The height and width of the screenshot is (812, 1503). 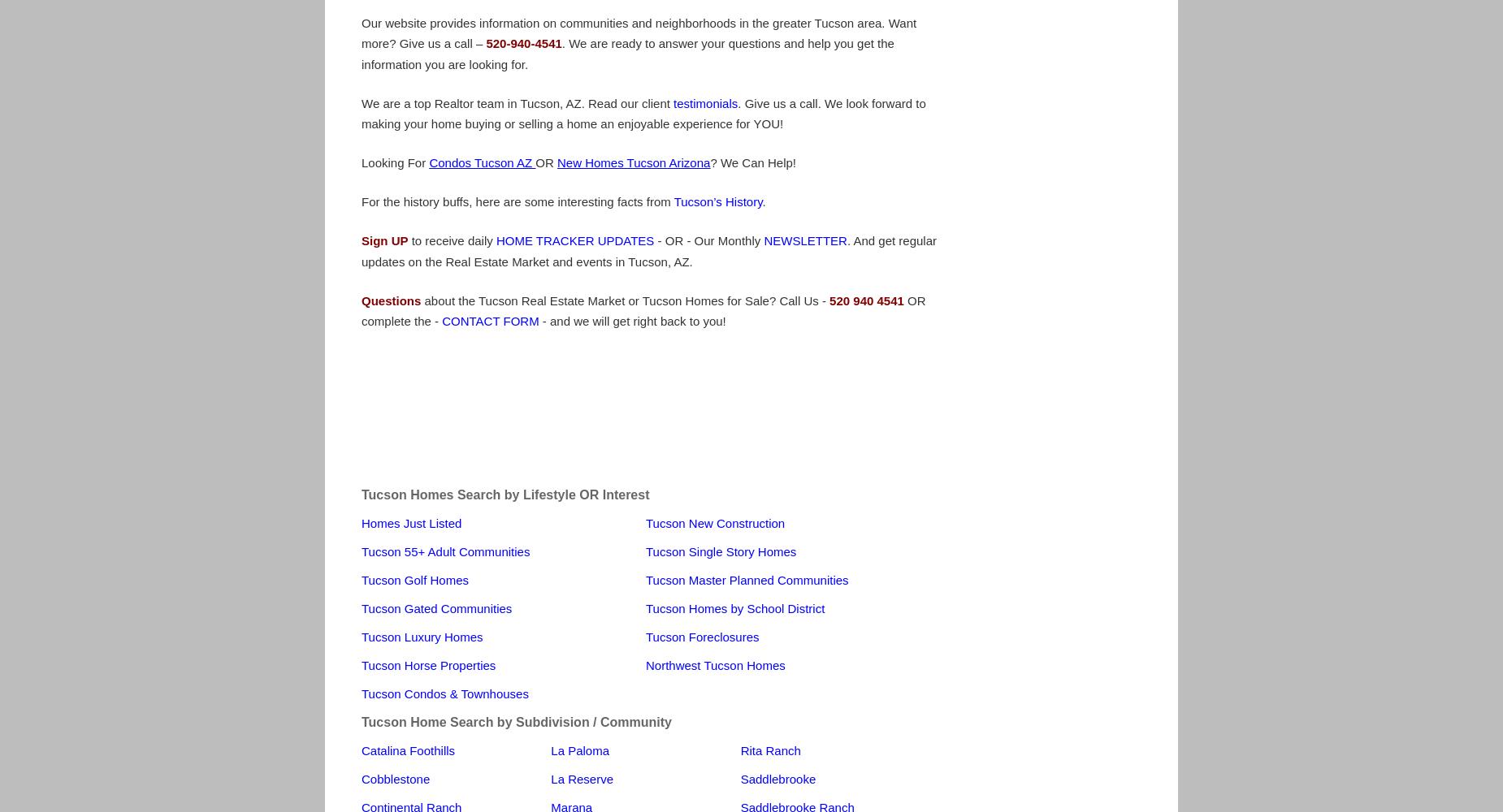 What do you see at coordinates (436, 607) in the screenshot?
I see `'Tucson Gated Communities'` at bounding box center [436, 607].